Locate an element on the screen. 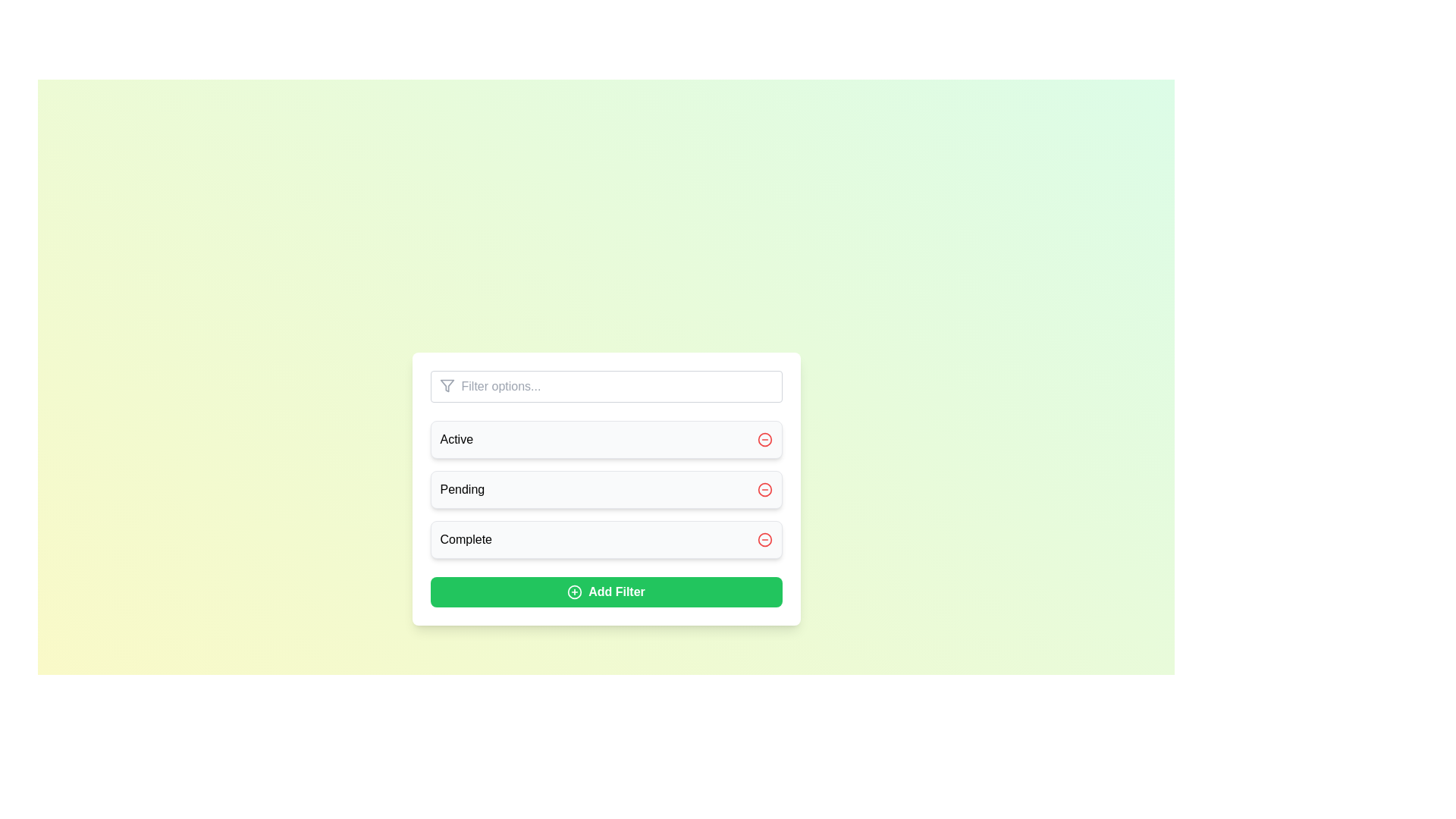 The width and height of the screenshot is (1456, 819). the minus icon button styled in red, located to the right of the 'Pending' label in the second item of the list is located at coordinates (764, 489).